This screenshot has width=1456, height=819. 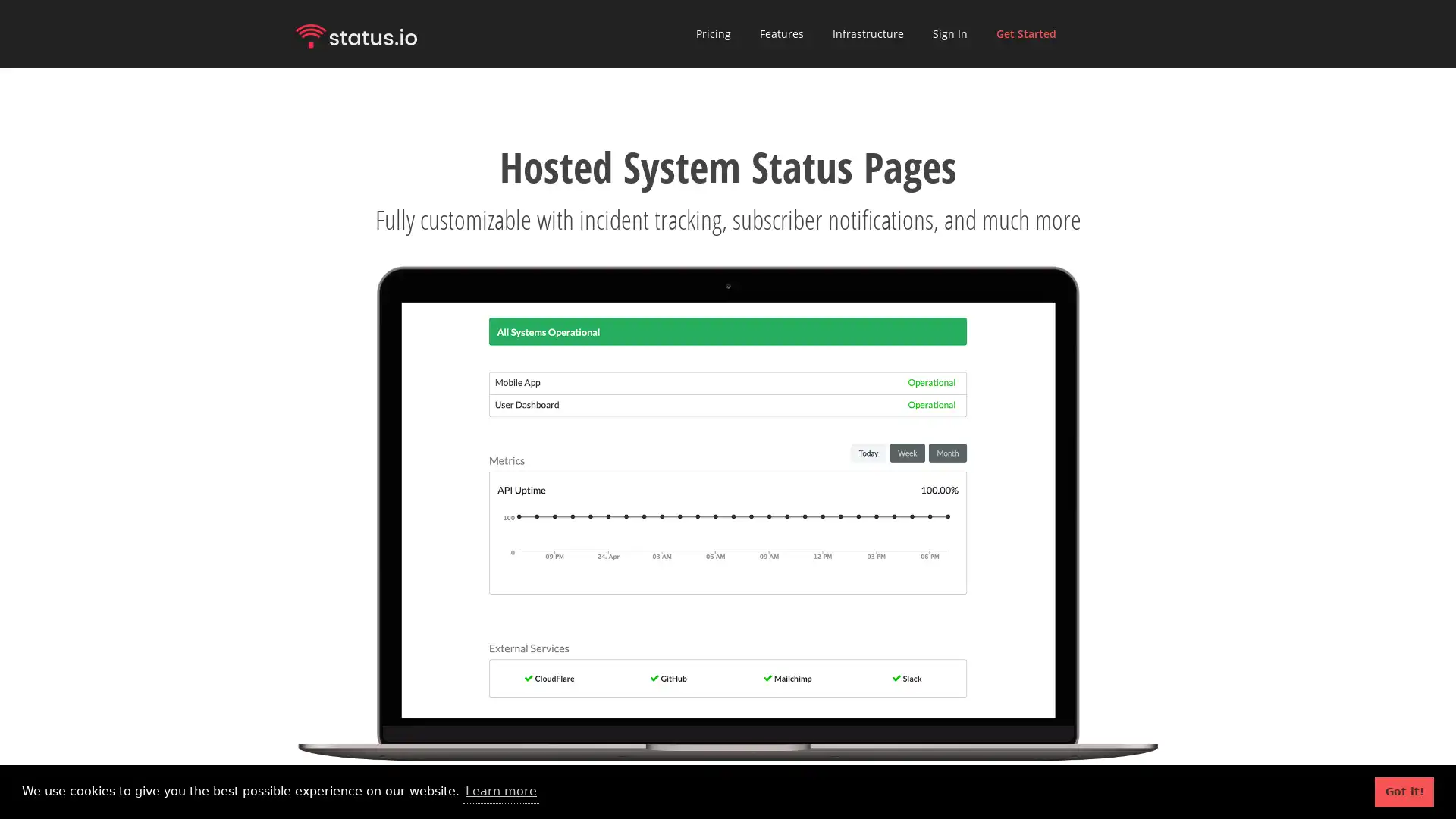 I want to click on dismiss cookie message, so click(x=1404, y=791).